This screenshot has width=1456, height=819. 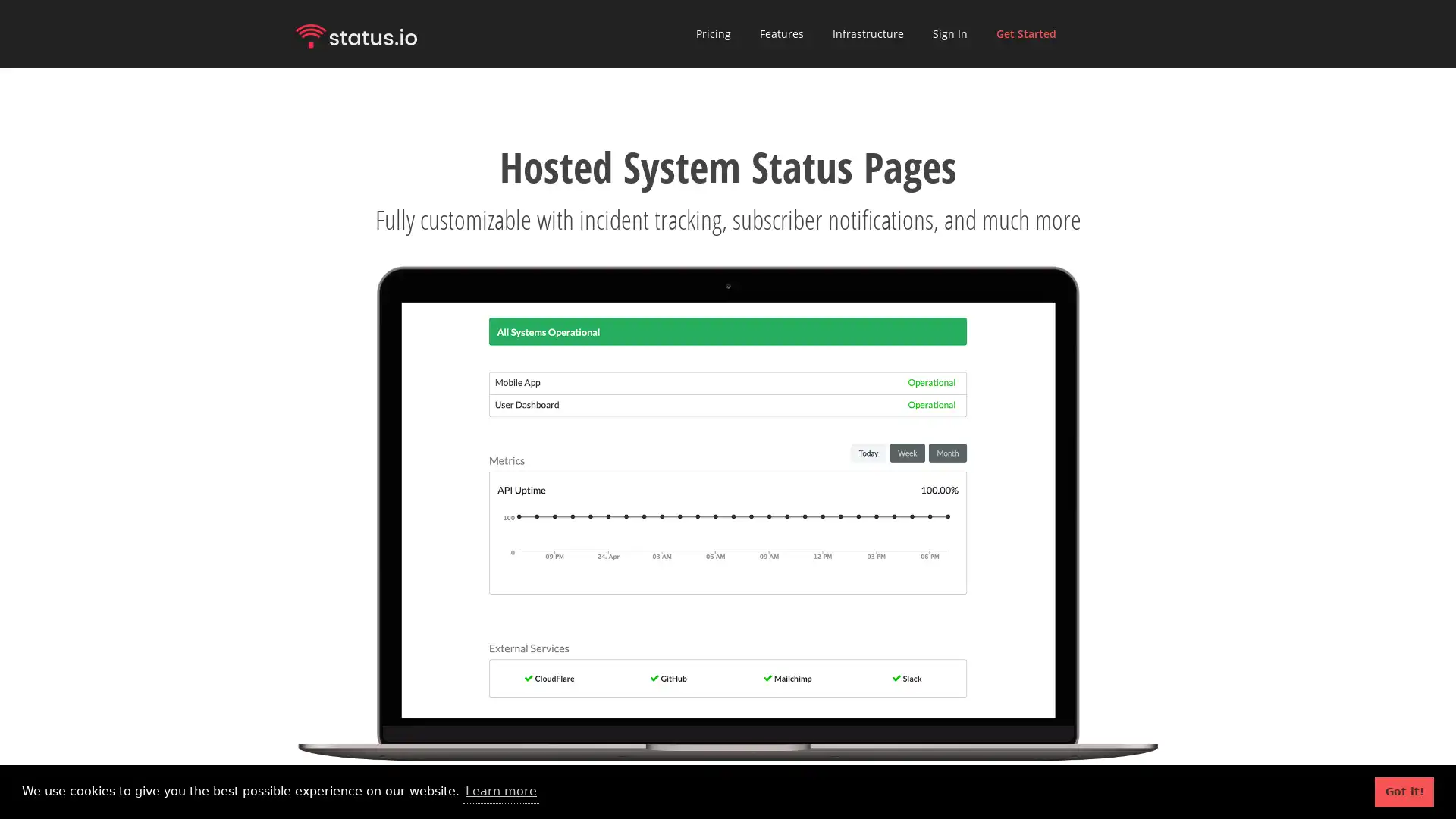 I want to click on dismiss cookie message, so click(x=1404, y=791).